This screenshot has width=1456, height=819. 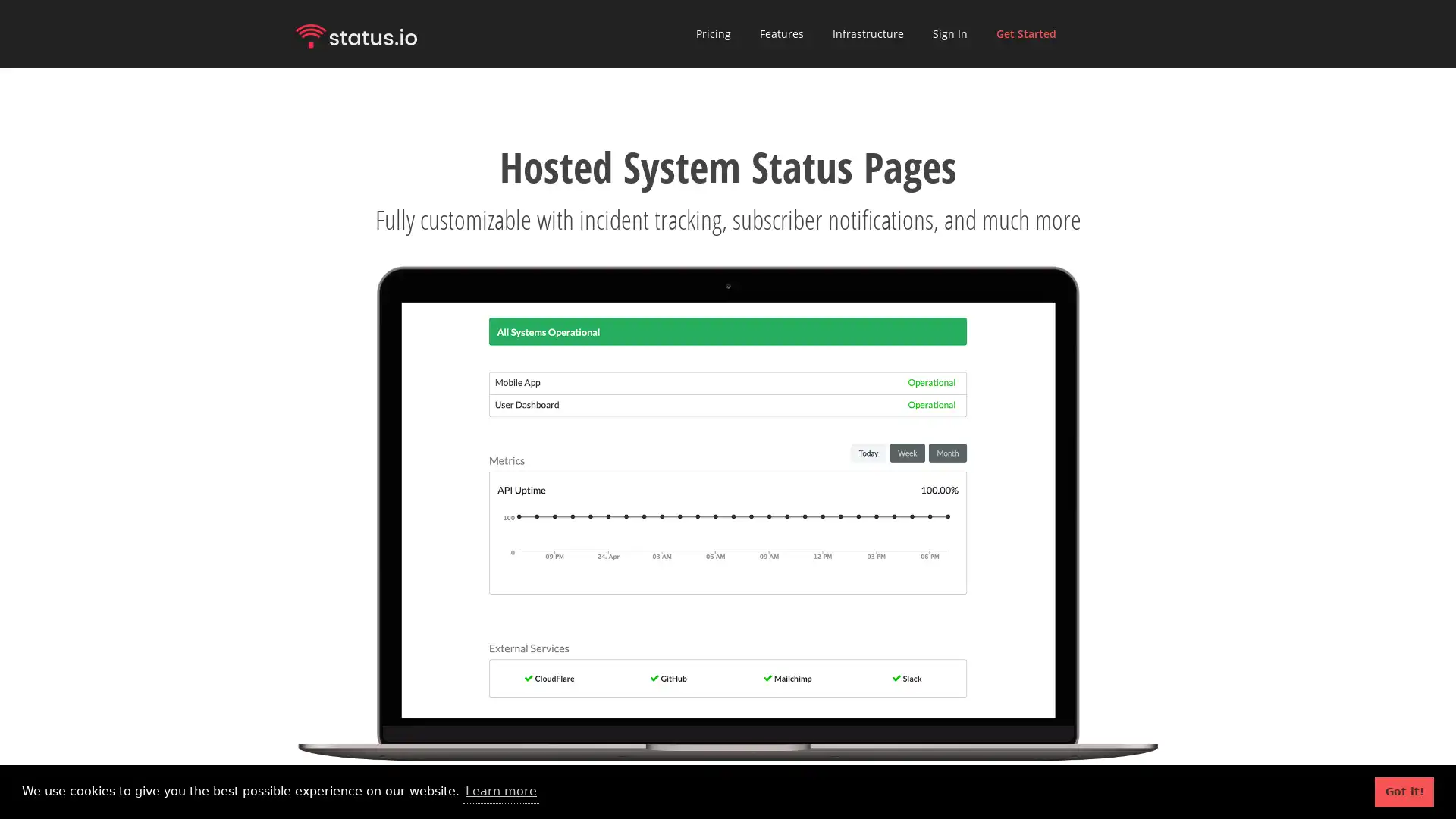 I want to click on dismiss cookie message, so click(x=1404, y=791).